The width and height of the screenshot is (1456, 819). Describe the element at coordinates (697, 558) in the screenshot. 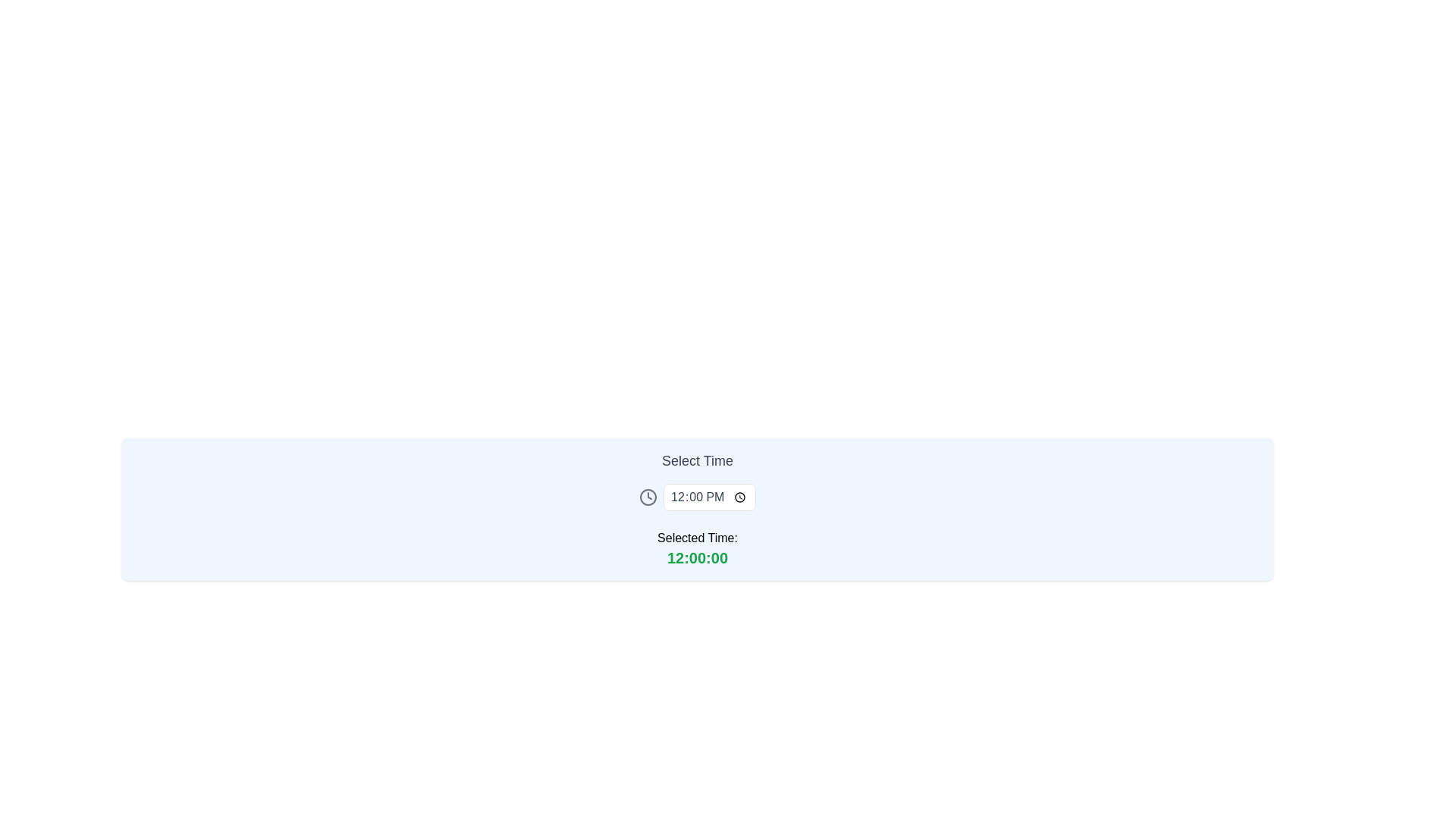

I see `the green, bold, large-sized text label that reads '12:00:00', located at the bottom center of the 'Selected Time:' section` at that location.